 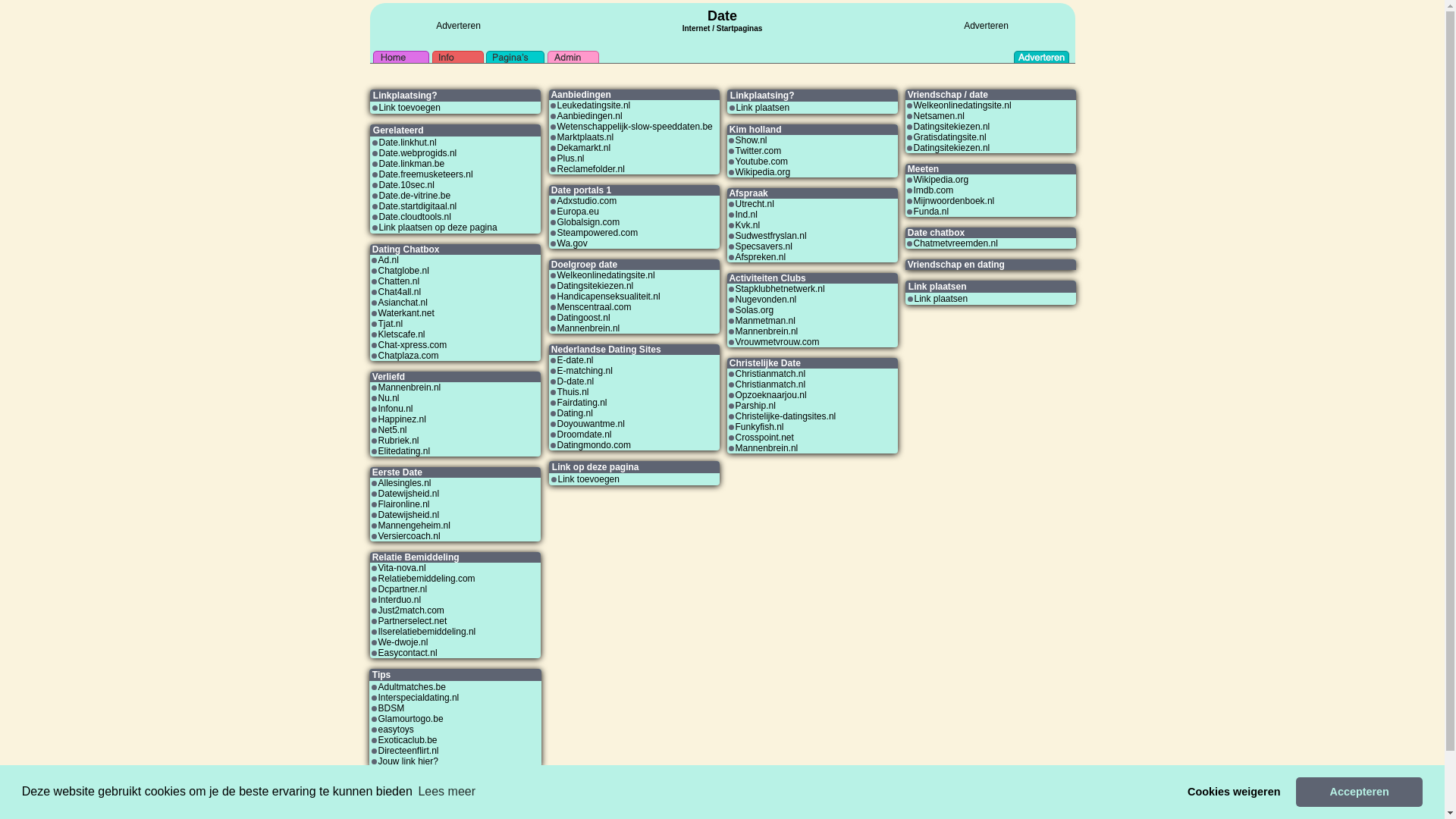 What do you see at coordinates (395, 728) in the screenshot?
I see `'easytoys'` at bounding box center [395, 728].